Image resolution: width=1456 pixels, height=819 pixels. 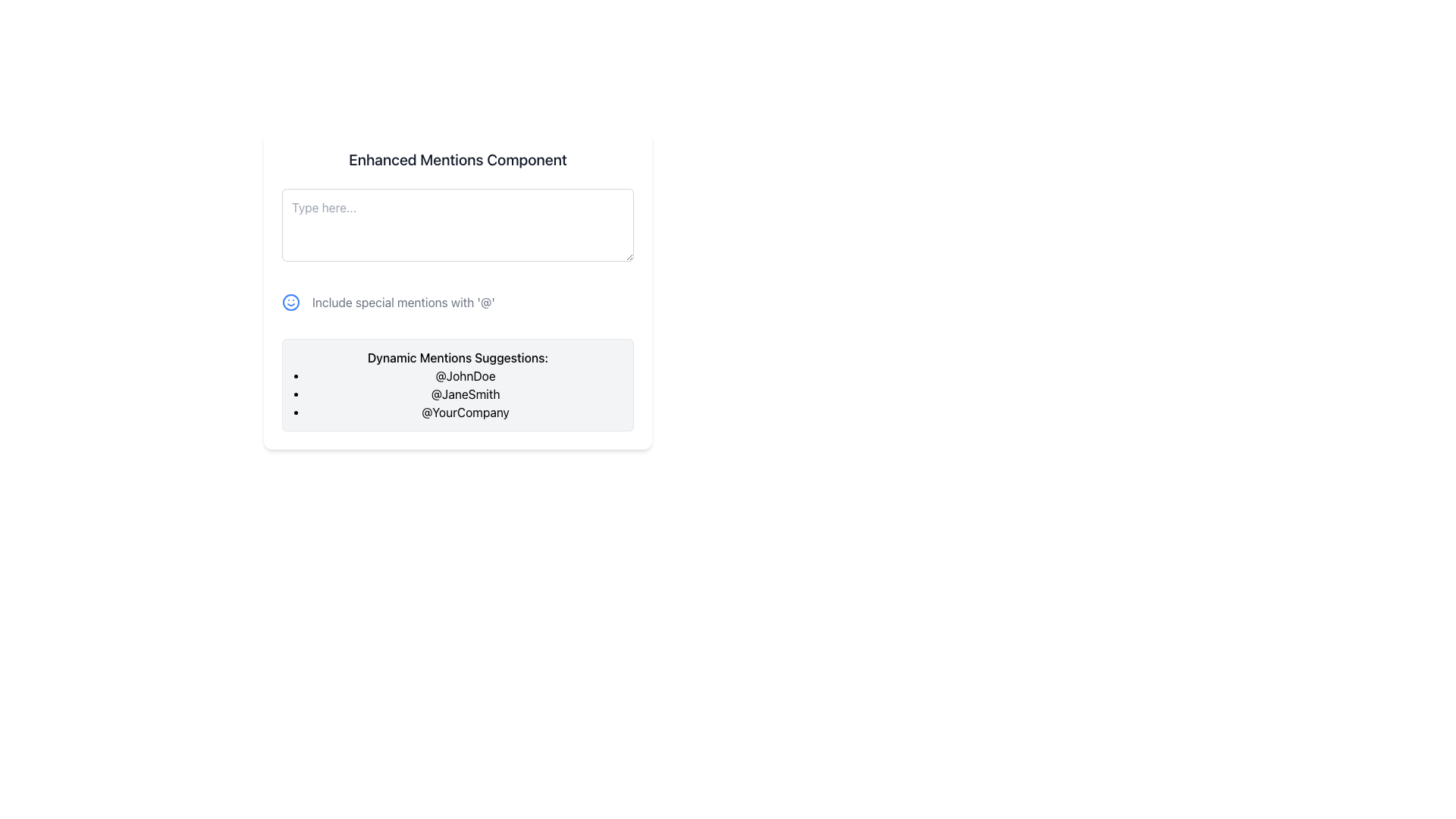 I want to click on the Text Header that introduces the section for dynamically suggested mentions, located above the items '@JohnDoe', '@JaneSmith', and '@YourCompany', so click(x=457, y=357).